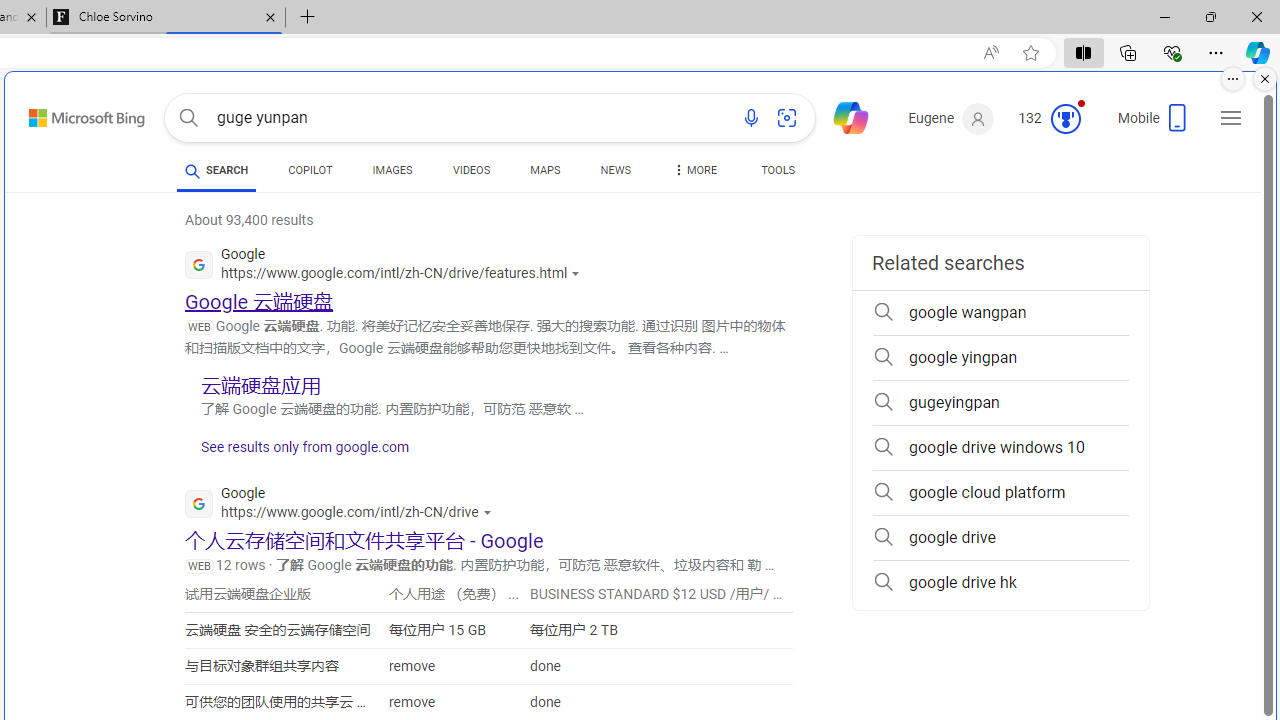 This screenshot has width=1280, height=720. Describe the element at coordinates (991, 52) in the screenshot. I see `'Read aloud this page (Ctrl+Shift+U)'` at that location.